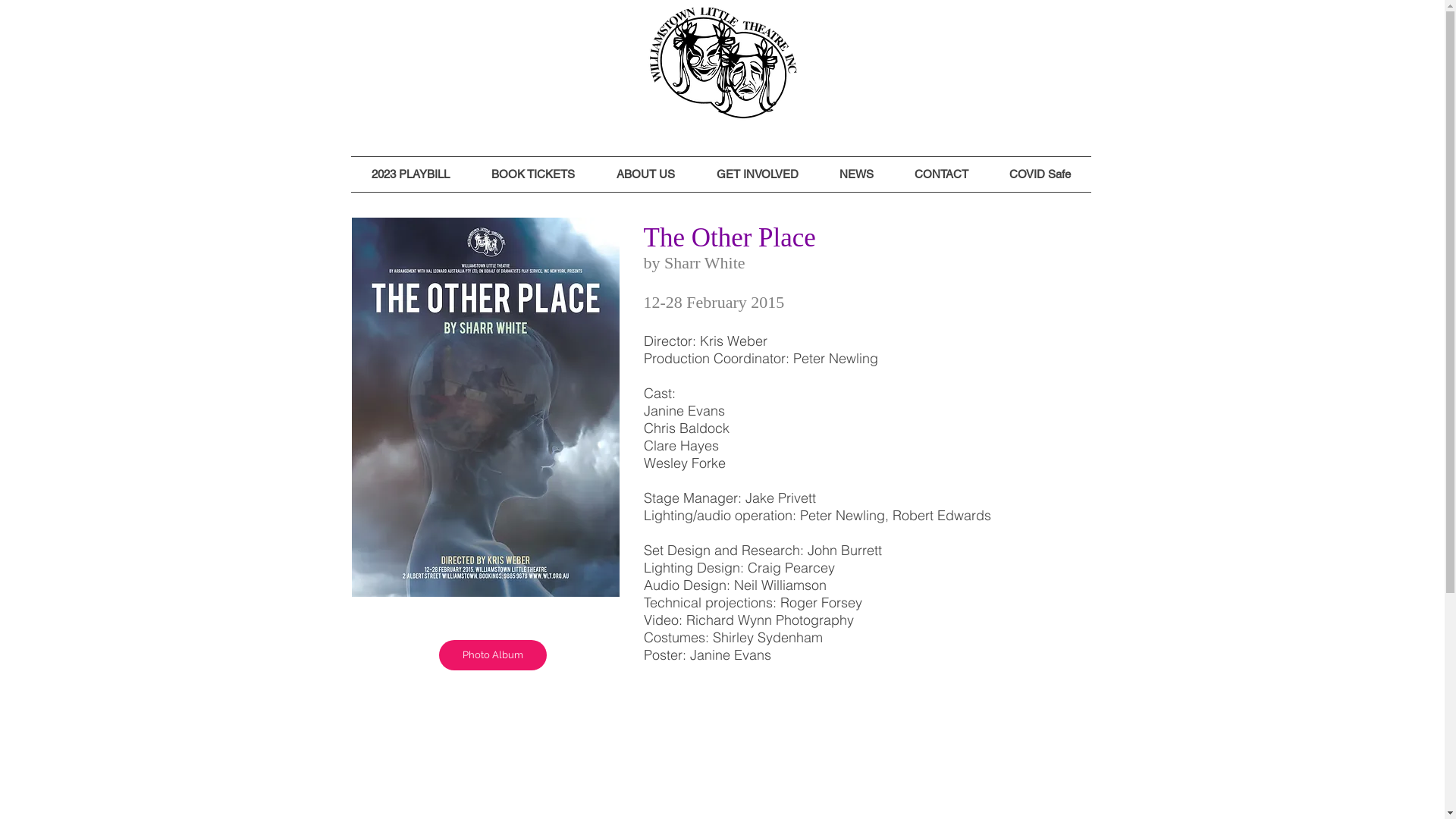 This screenshot has width=1456, height=819. I want to click on 'ABOUT US', so click(595, 174).